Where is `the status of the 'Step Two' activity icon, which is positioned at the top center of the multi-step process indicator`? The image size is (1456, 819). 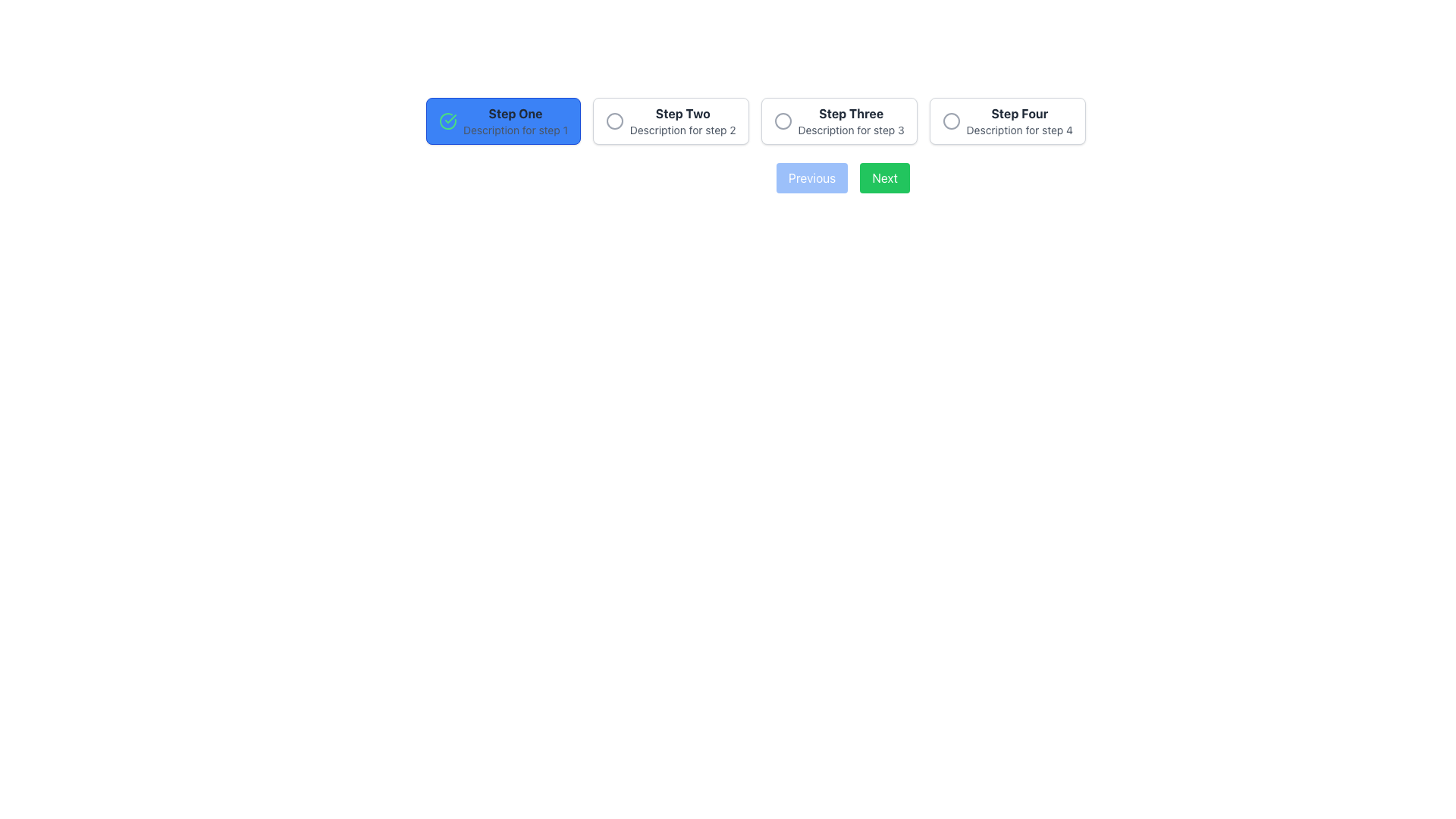
the status of the 'Step Two' activity icon, which is positioned at the top center of the multi-step process indicator is located at coordinates (614, 120).